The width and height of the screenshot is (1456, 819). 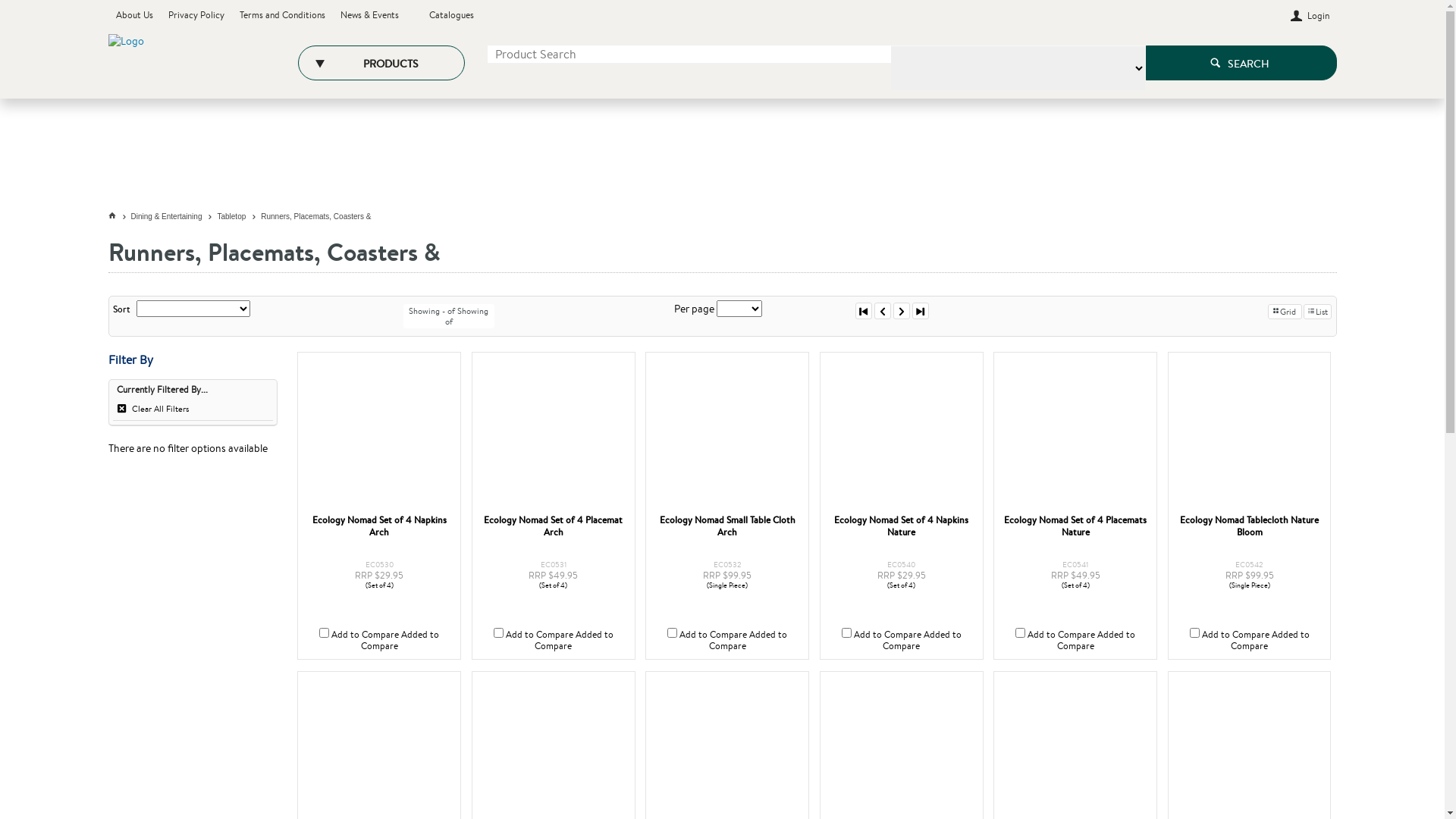 What do you see at coordinates (1235, 634) in the screenshot?
I see `'Add to Compare'` at bounding box center [1235, 634].